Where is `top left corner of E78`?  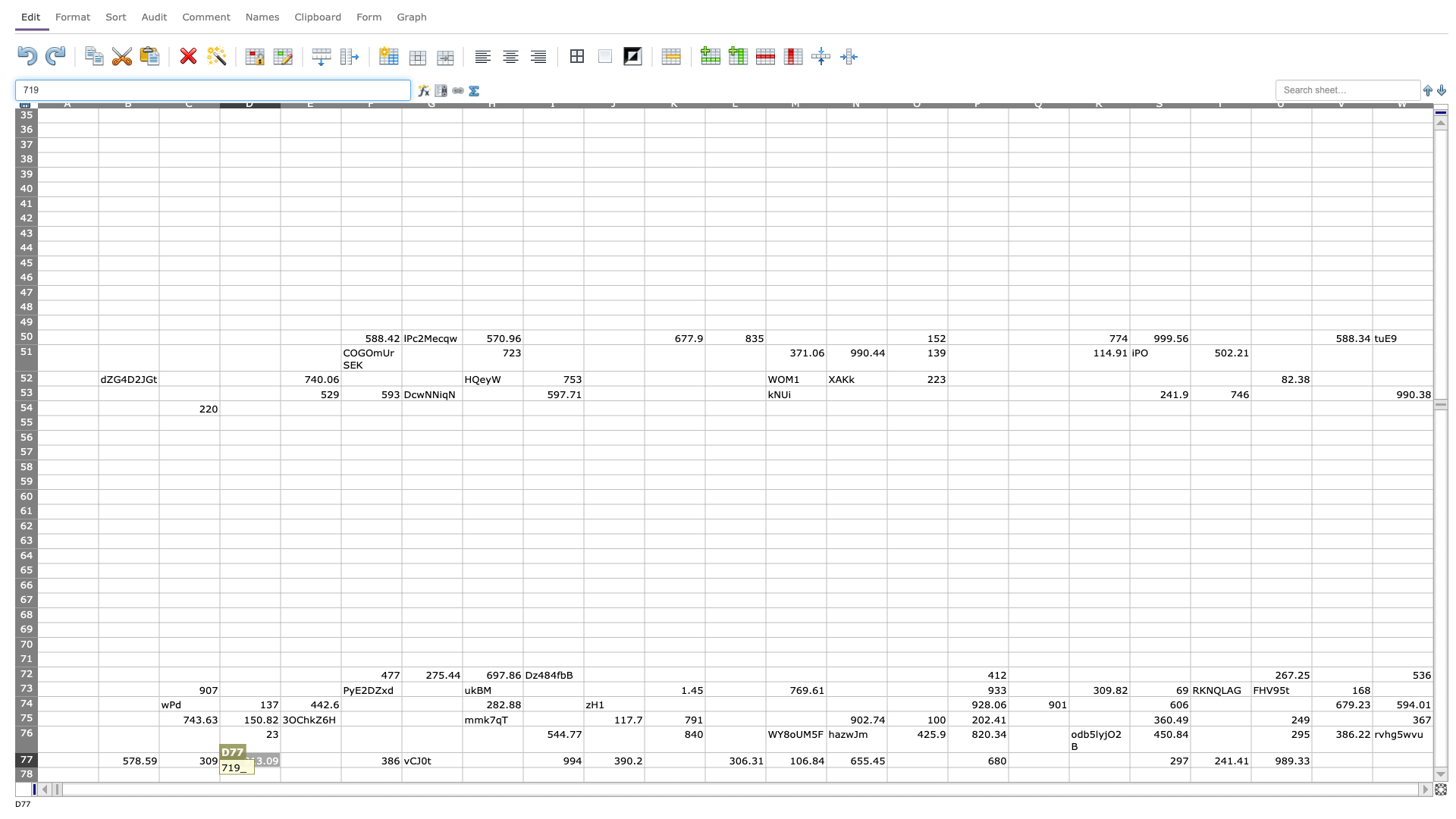 top left corner of E78 is located at coordinates (280, 767).